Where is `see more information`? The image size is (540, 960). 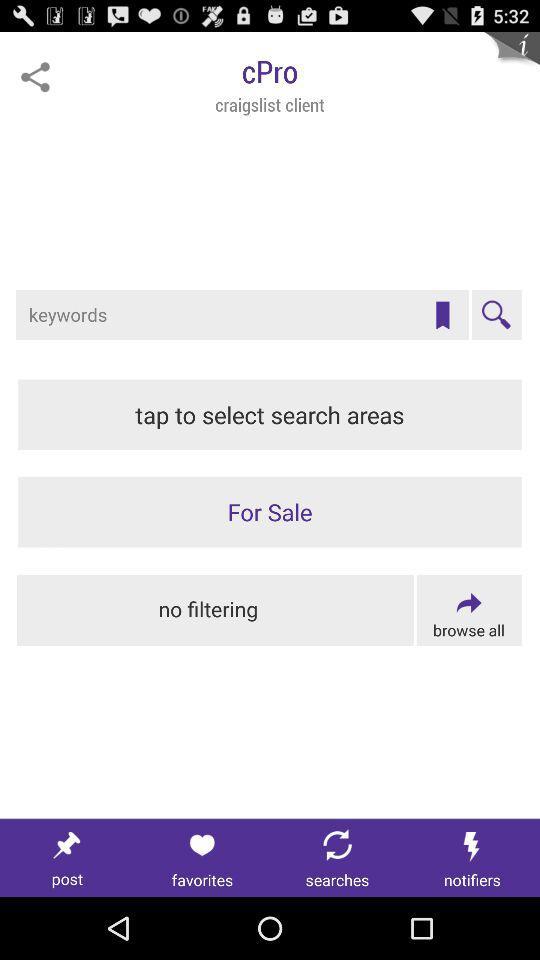
see more information is located at coordinates (511, 58).